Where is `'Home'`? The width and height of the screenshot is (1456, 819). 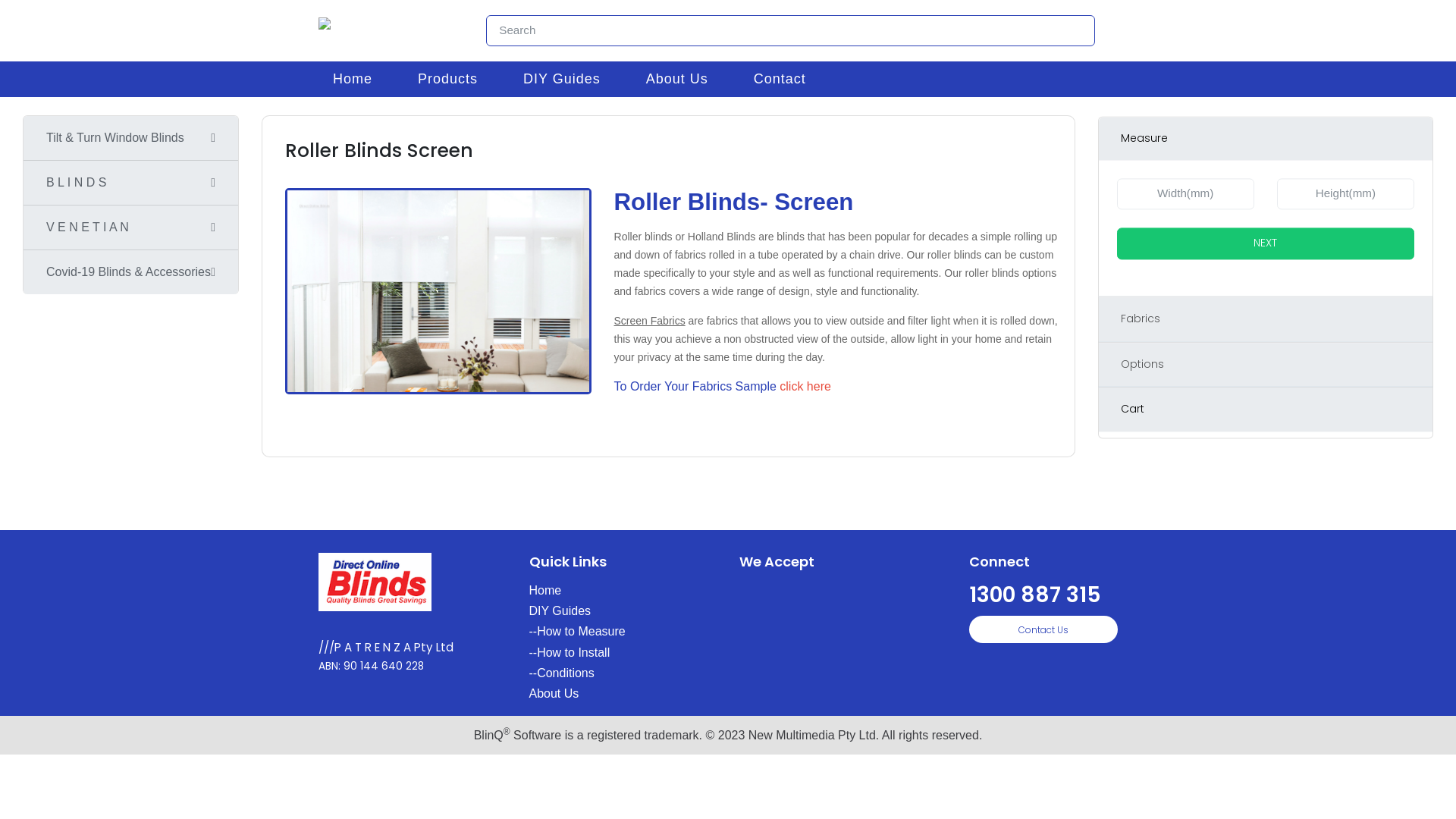
'Home' is located at coordinates (545, 589).